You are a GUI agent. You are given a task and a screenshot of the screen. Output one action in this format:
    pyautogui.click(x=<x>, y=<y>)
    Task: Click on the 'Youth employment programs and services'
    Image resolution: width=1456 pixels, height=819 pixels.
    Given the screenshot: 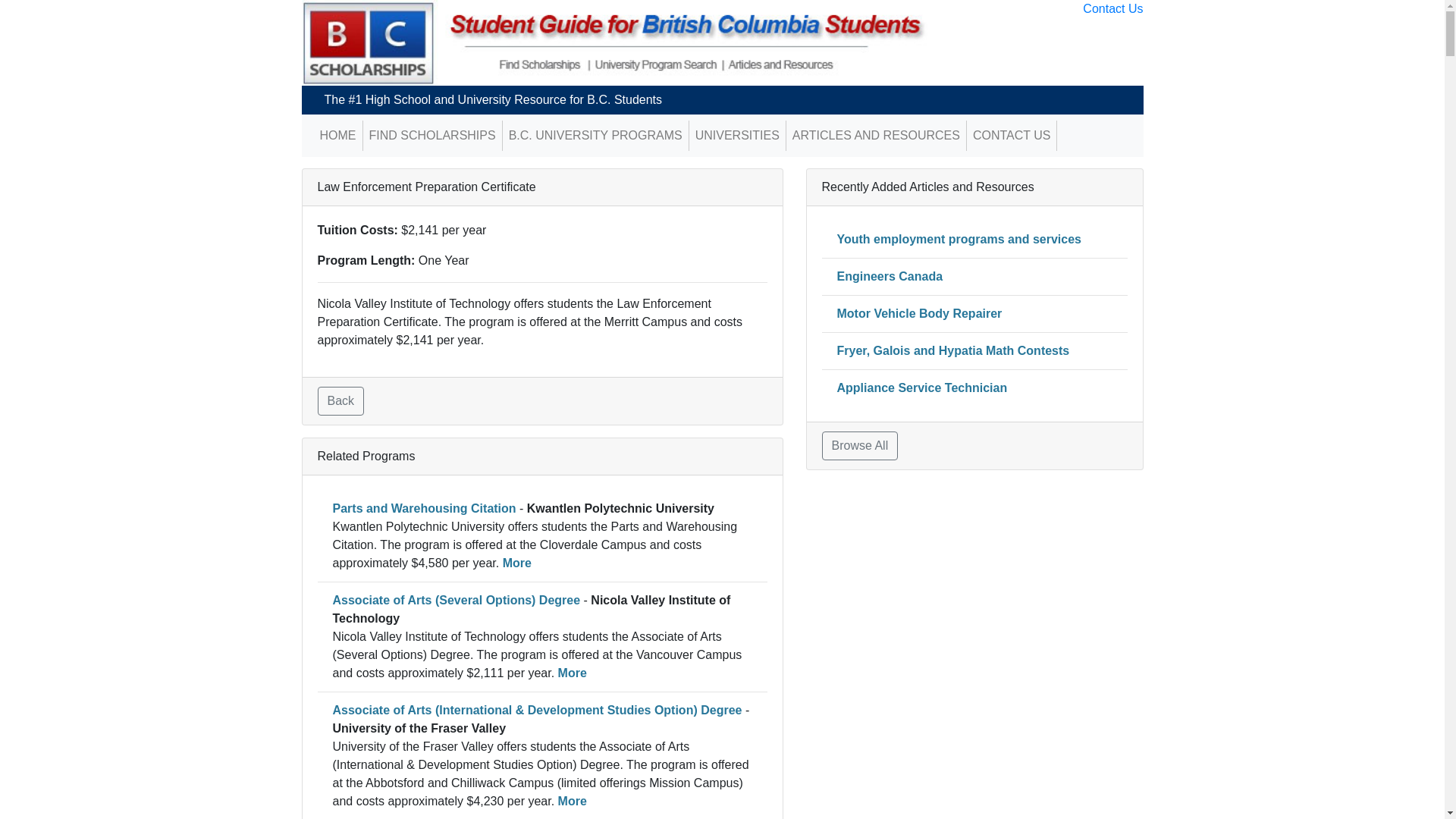 What is the action you would take?
    pyautogui.click(x=959, y=239)
    